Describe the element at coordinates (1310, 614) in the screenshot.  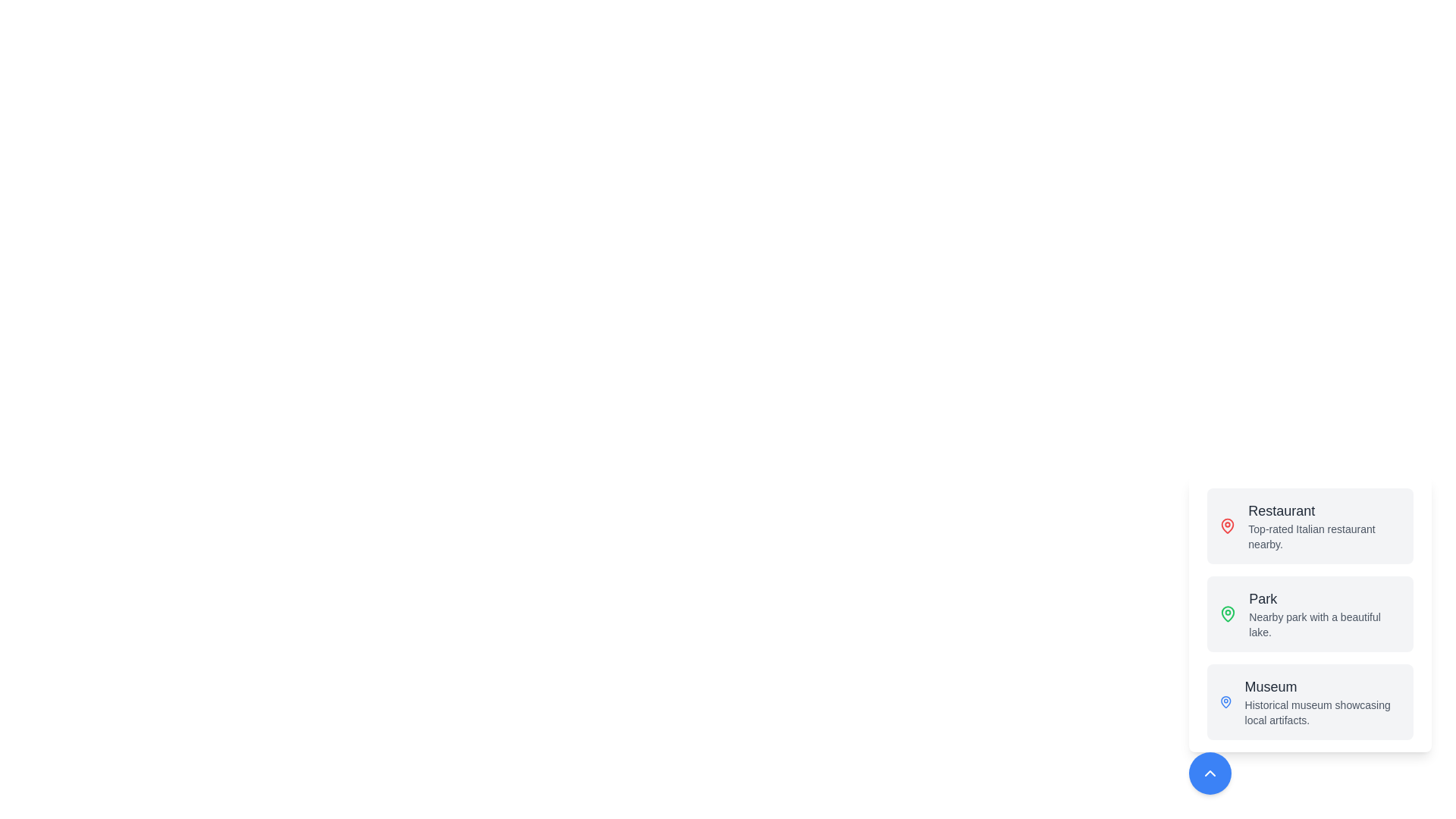
I see `the location button to trigger its action. The location can be specified as Park` at that location.